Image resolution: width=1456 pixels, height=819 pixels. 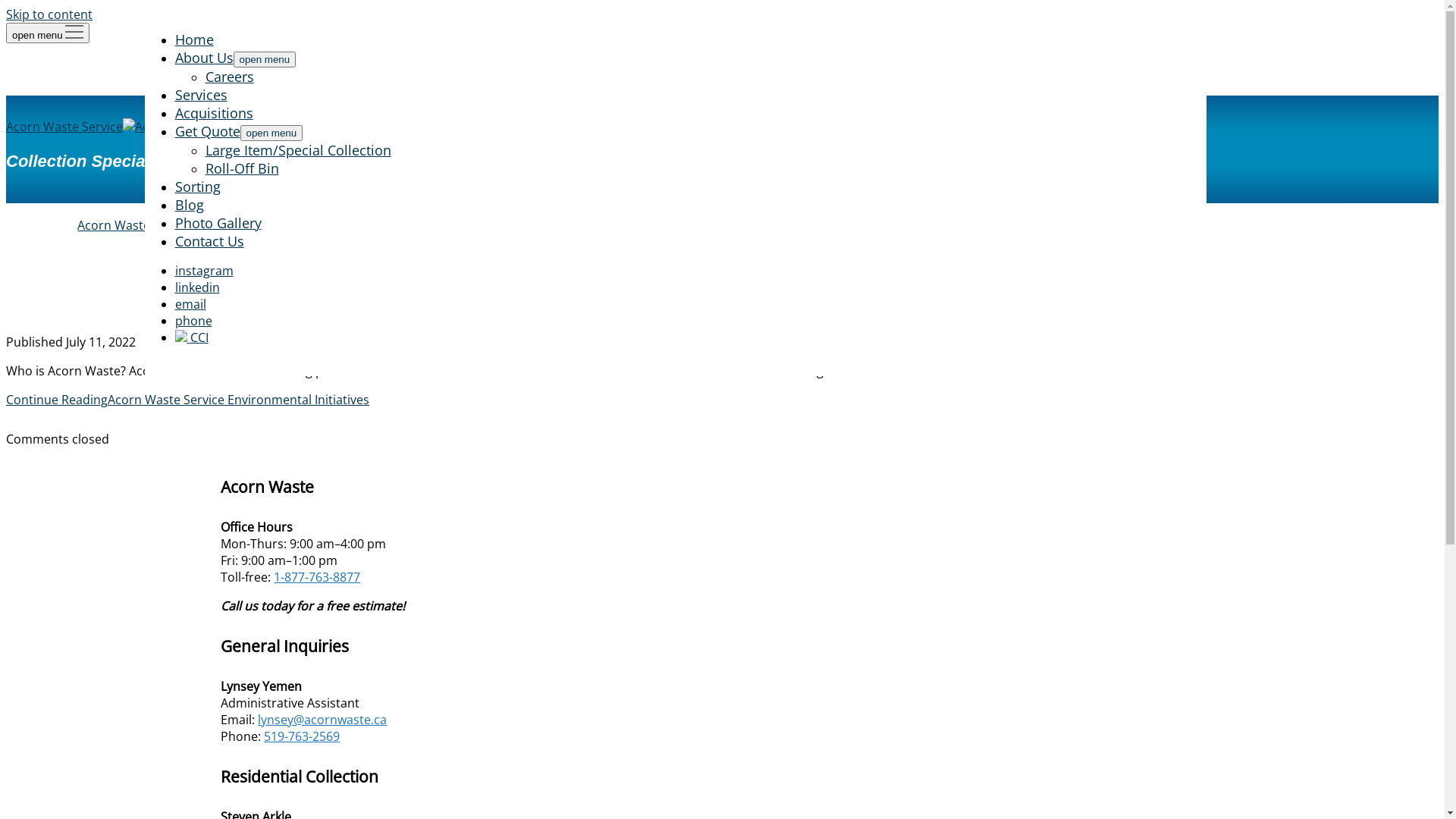 What do you see at coordinates (174, 94) in the screenshot?
I see `'Services'` at bounding box center [174, 94].